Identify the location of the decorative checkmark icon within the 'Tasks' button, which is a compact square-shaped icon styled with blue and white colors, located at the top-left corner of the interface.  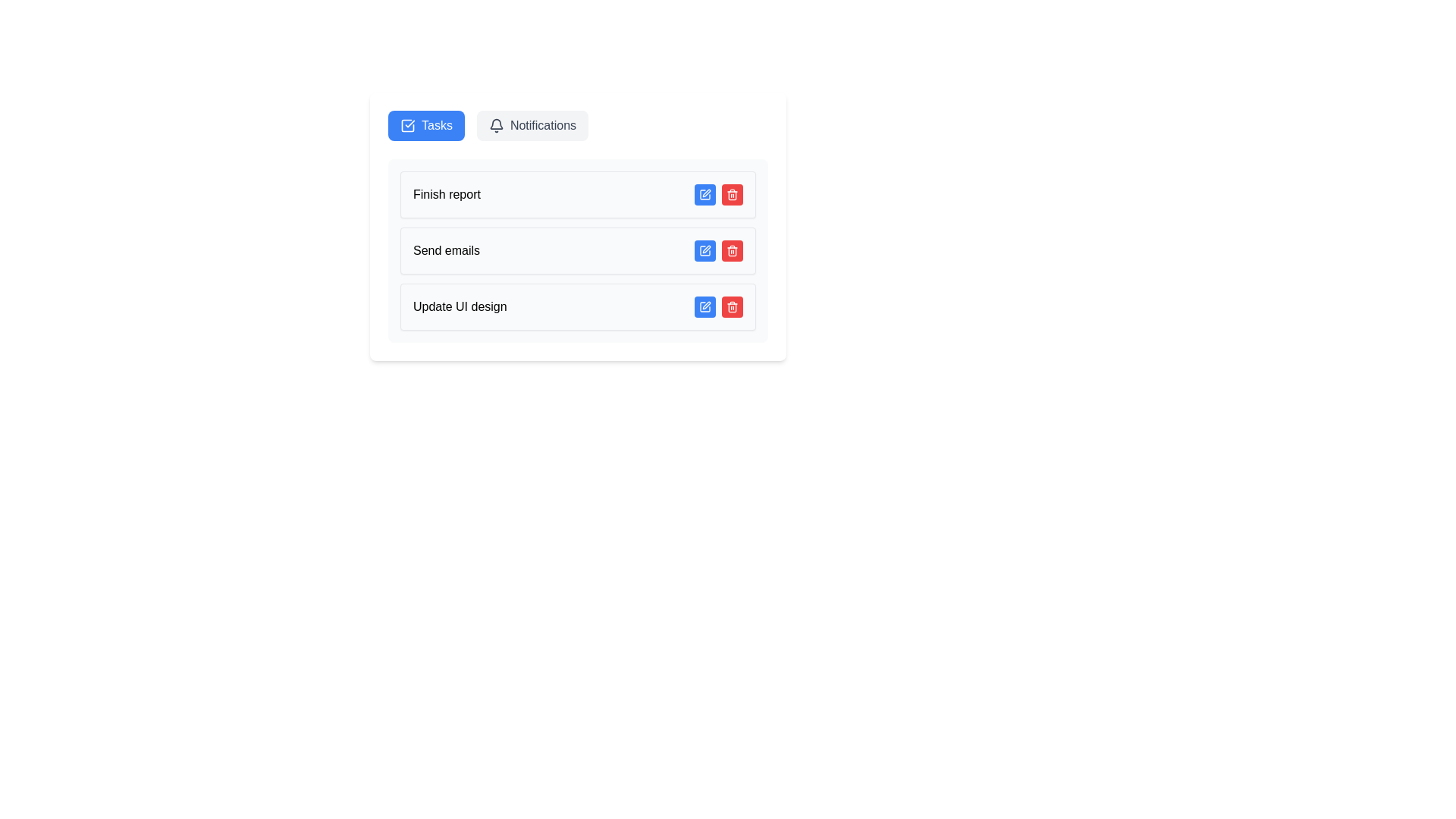
(407, 124).